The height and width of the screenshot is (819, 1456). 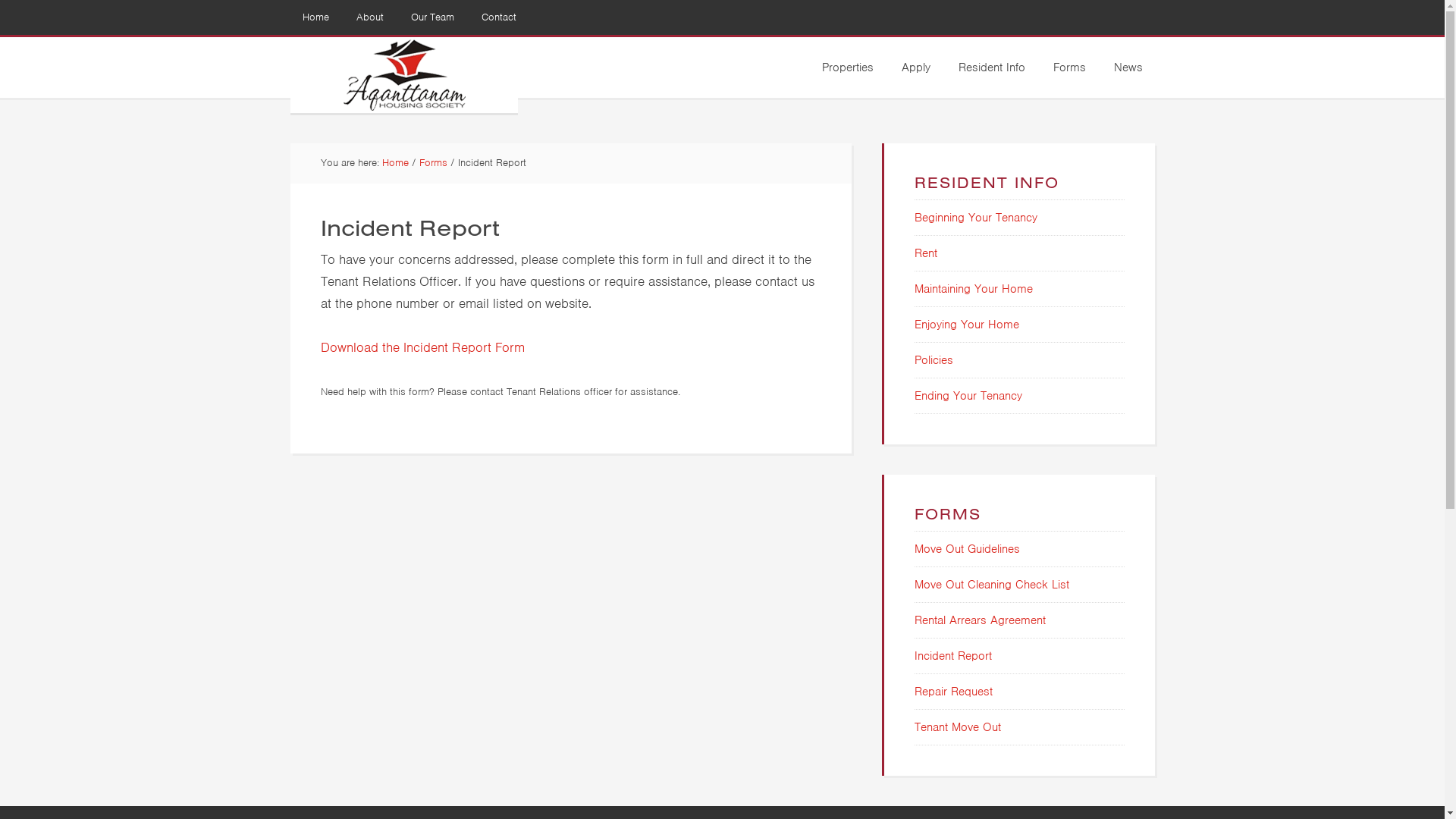 I want to click on 'Beginning Your Tenancy', so click(x=913, y=217).